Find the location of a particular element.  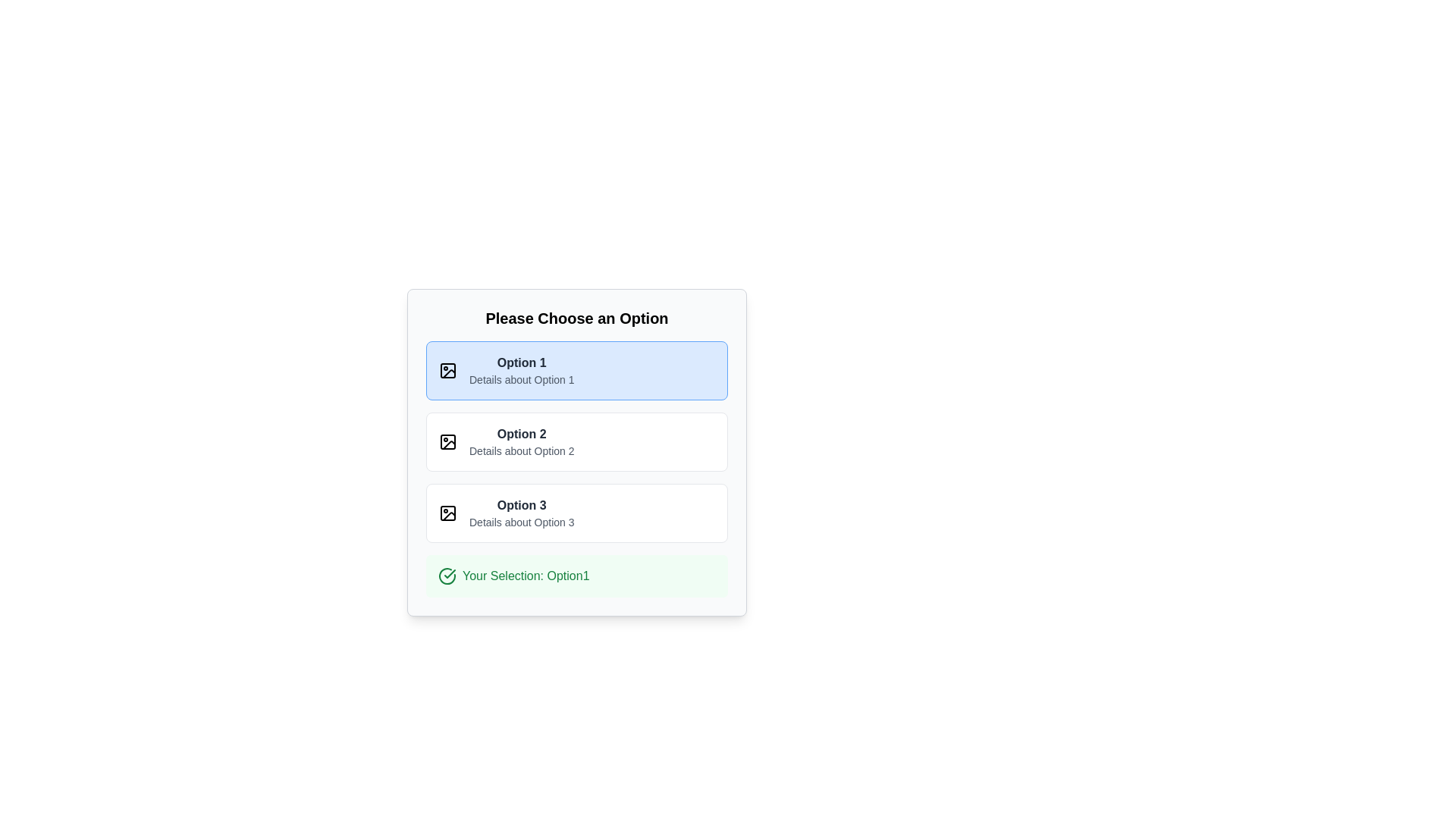

the selectable list item labeled 'Option 2' is located at coordinates (576, 441).